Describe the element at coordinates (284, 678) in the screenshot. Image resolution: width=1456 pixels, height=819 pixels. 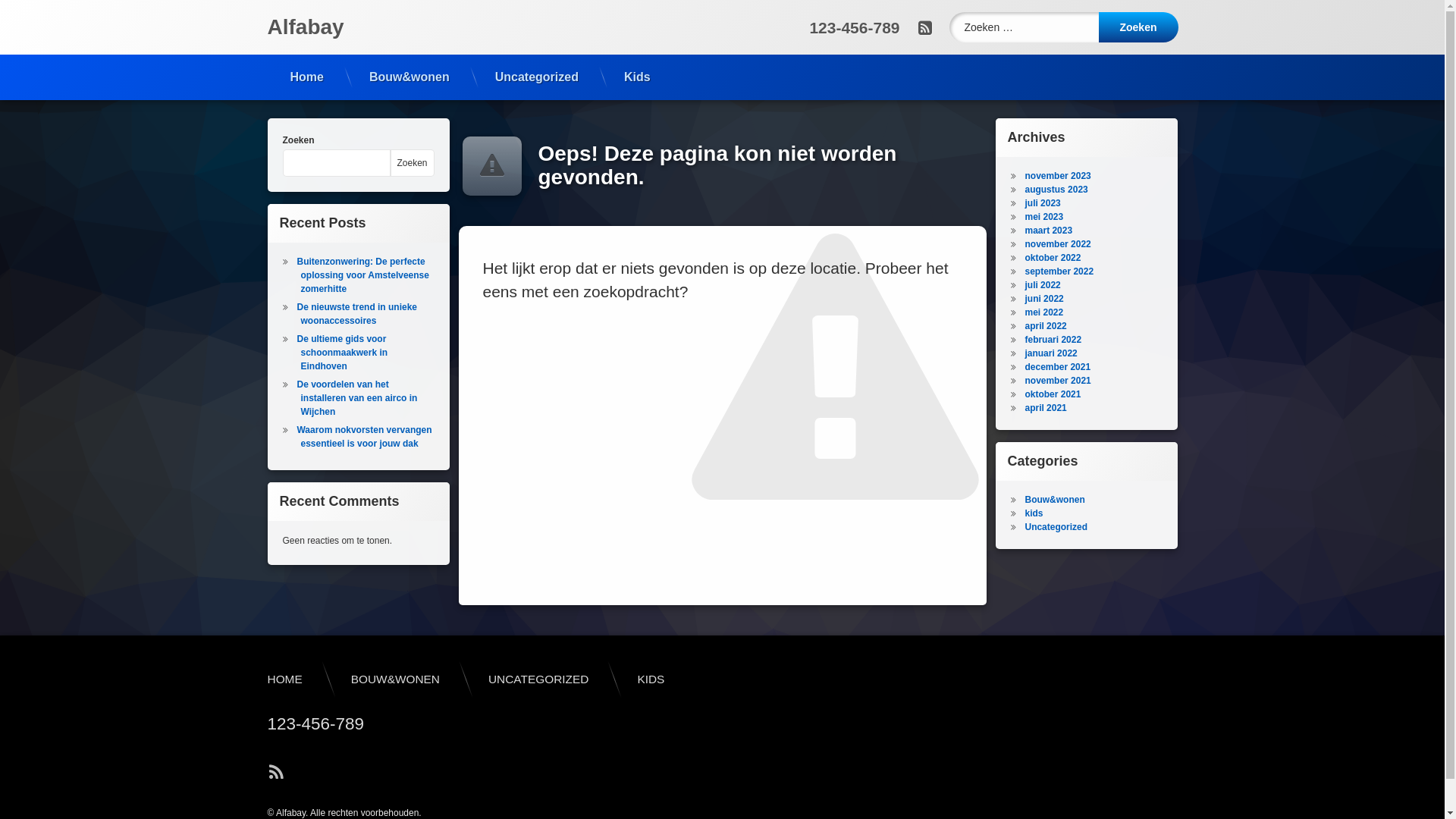
I see `'HOME'` at that location.